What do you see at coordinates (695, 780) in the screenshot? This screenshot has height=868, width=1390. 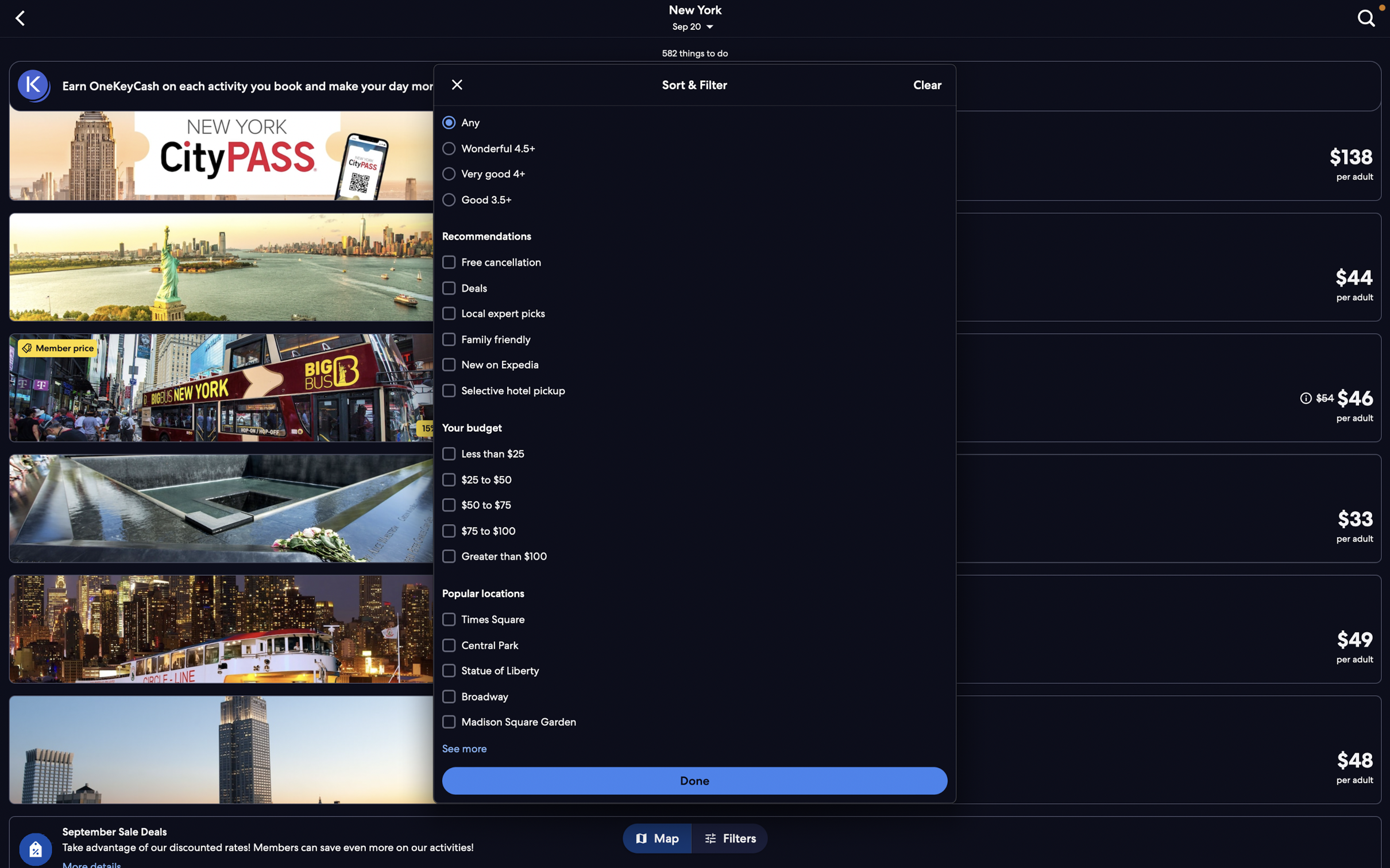 I see `Hit the button for sorting and choosing the desired option` at bounding box center [695, 780].